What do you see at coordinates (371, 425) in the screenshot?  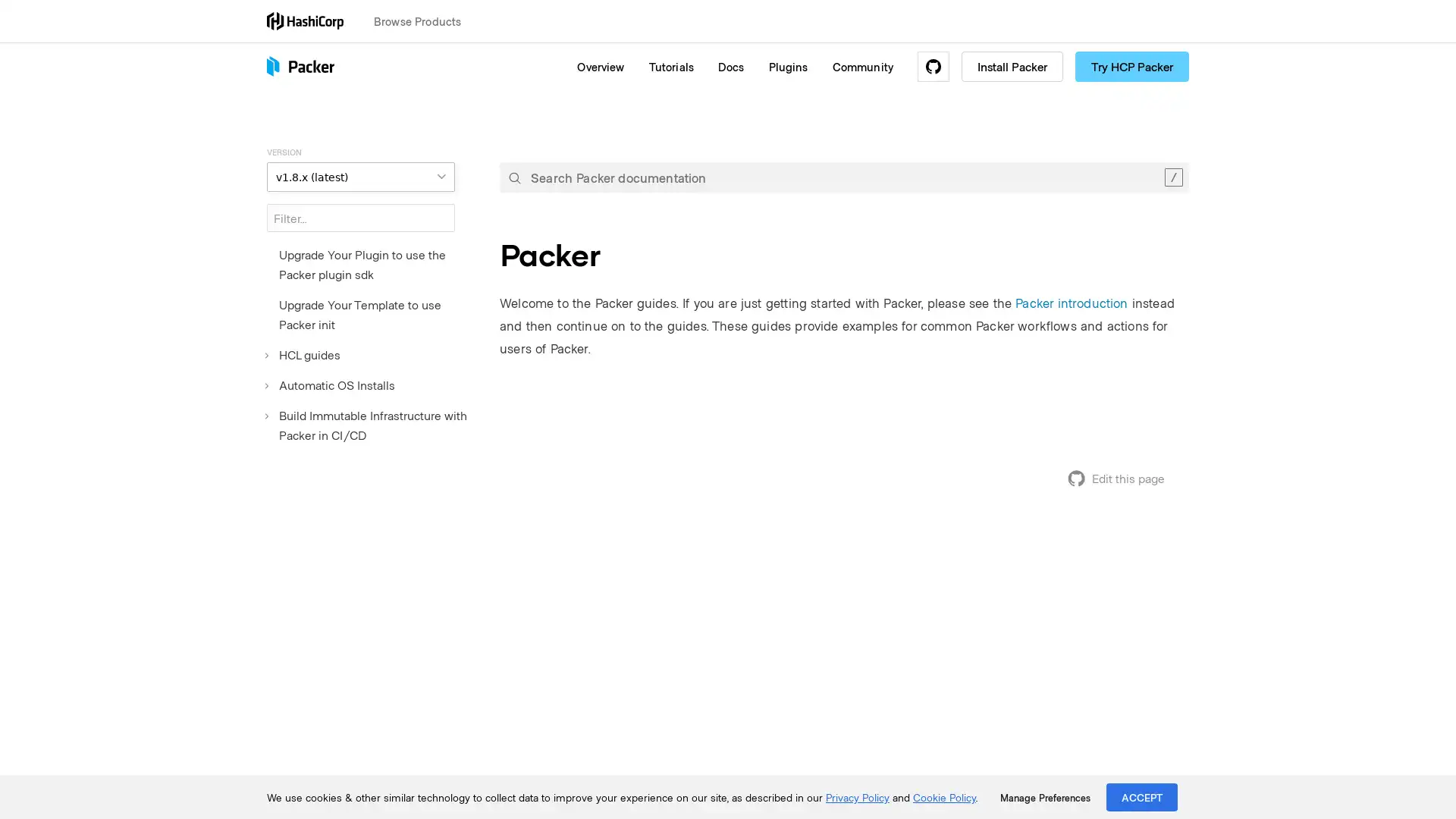 I see `Build Immutable Infrastructure with Packer in CI/CD` at bounding box center [371, 425].